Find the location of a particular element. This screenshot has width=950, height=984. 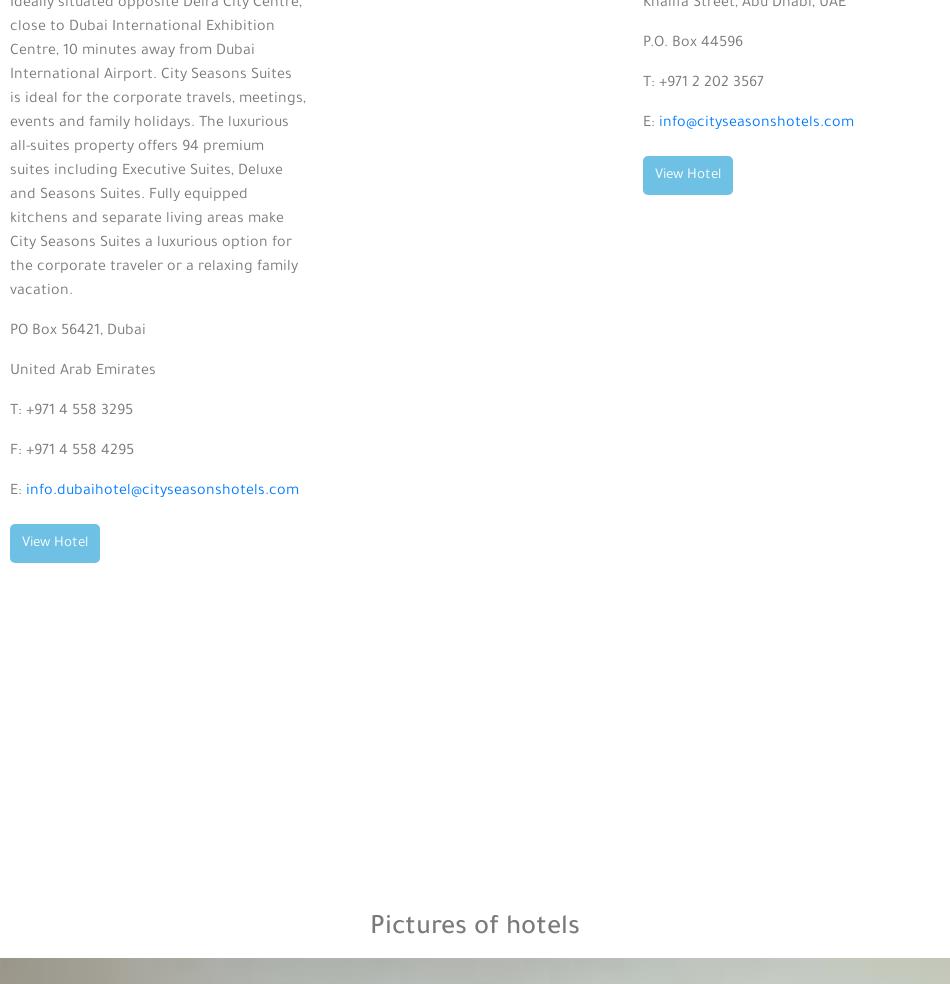

'United Arab Emirates' is located at coordinates (9, 371).